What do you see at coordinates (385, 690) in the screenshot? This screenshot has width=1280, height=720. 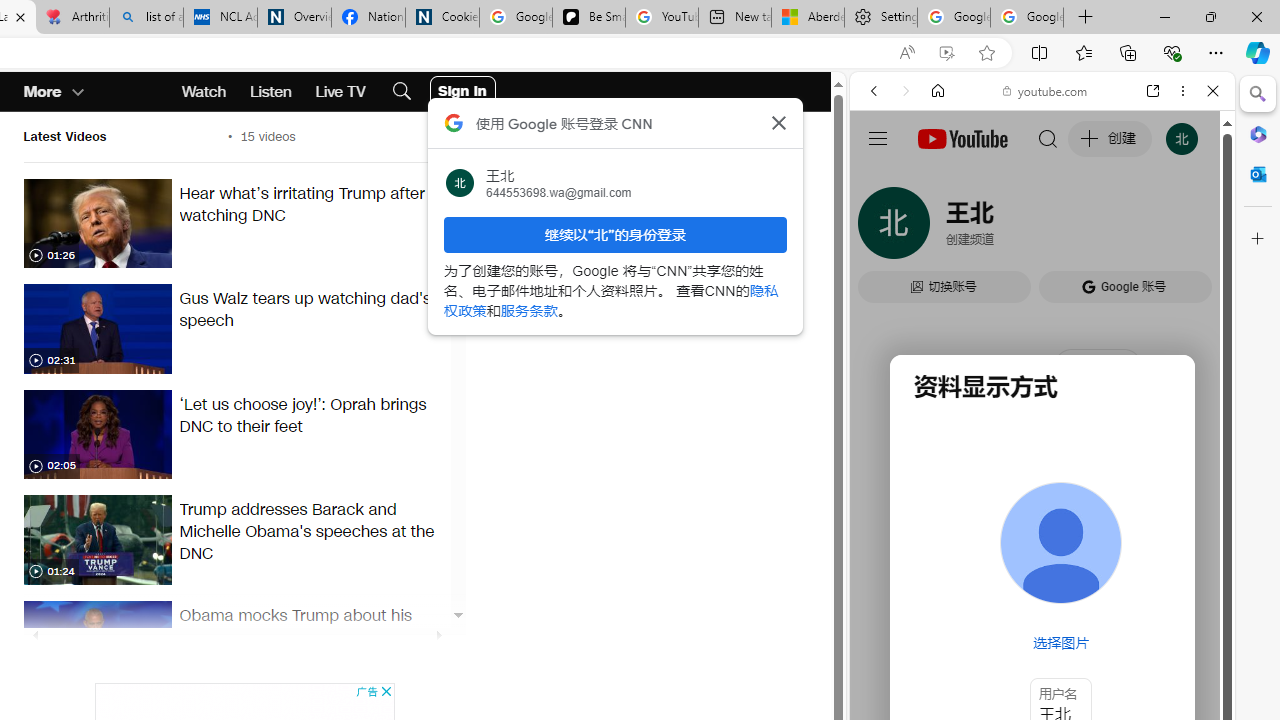 I see `'AutomationID: cbb'` at bounding box center [385, 690].